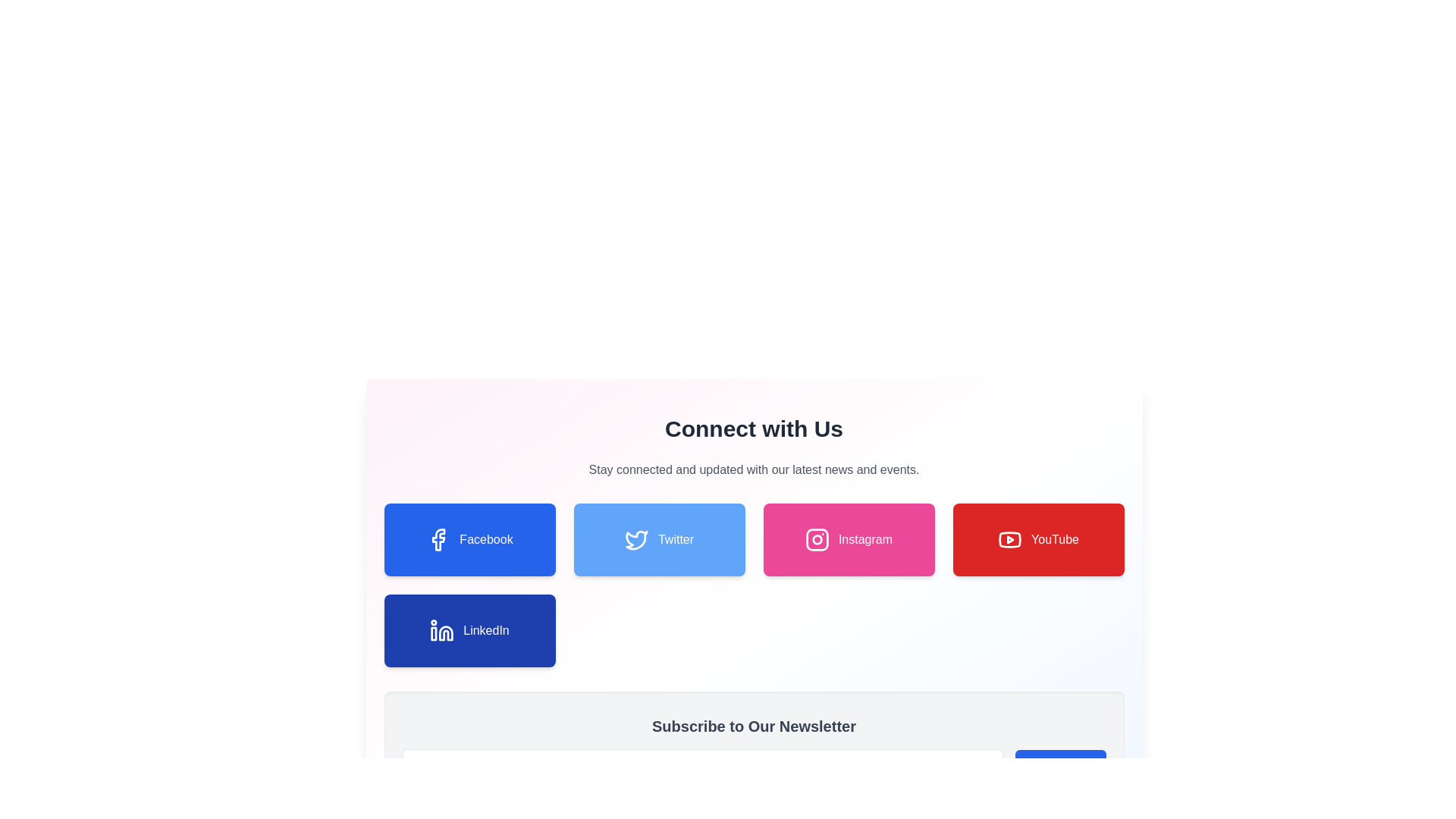  What do you see at coordinates (1054, 539) in the screenshot?
I see `text of the 'YouTube' label located within the red rectangular button, positioned to the right of the 'Instagram' button in the social media button group` at bounding box center [1054, 539].